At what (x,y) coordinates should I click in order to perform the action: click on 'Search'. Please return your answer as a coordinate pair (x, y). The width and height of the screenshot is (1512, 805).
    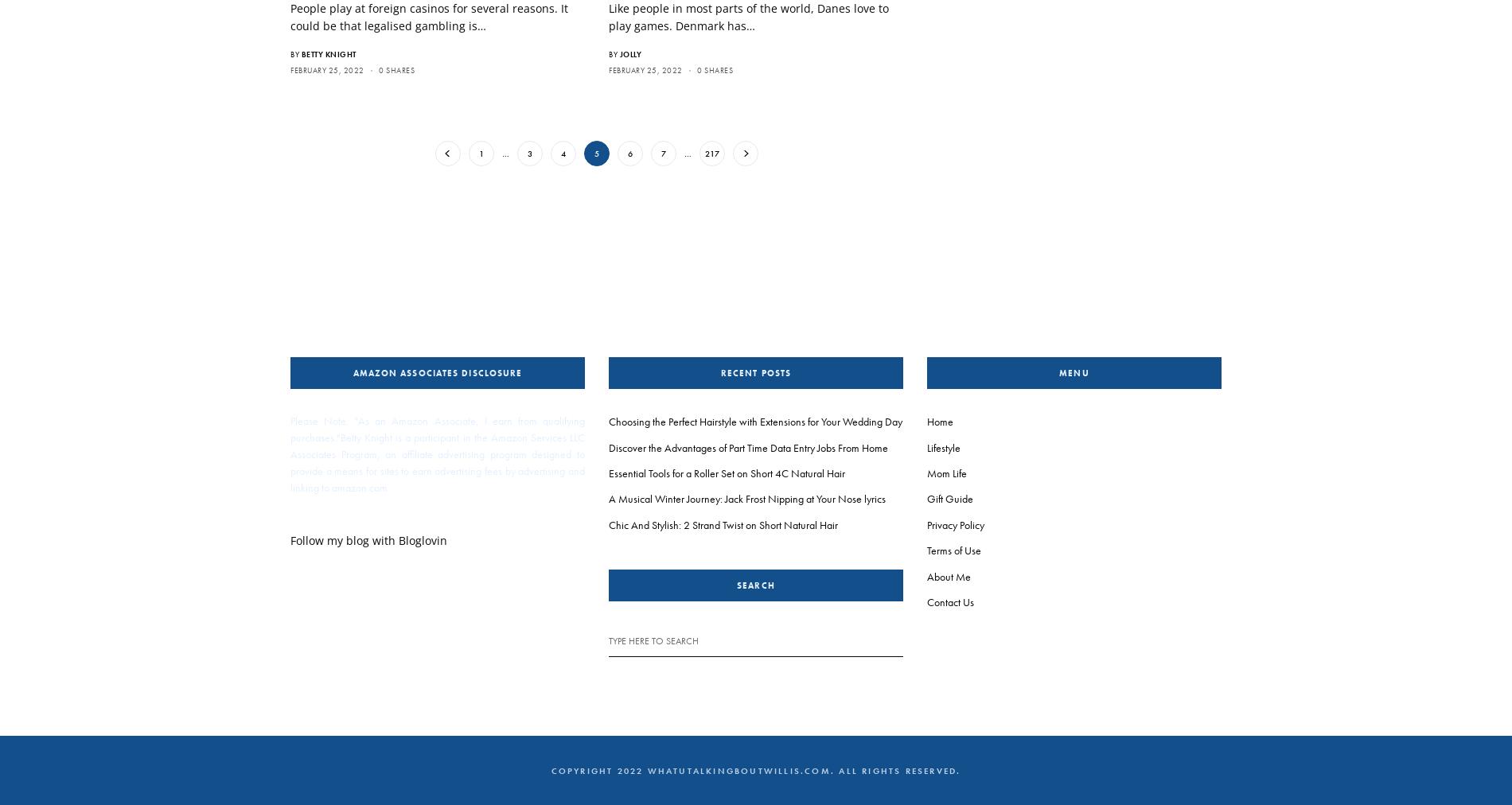
    Looking at the image, I should click on (736, 585).